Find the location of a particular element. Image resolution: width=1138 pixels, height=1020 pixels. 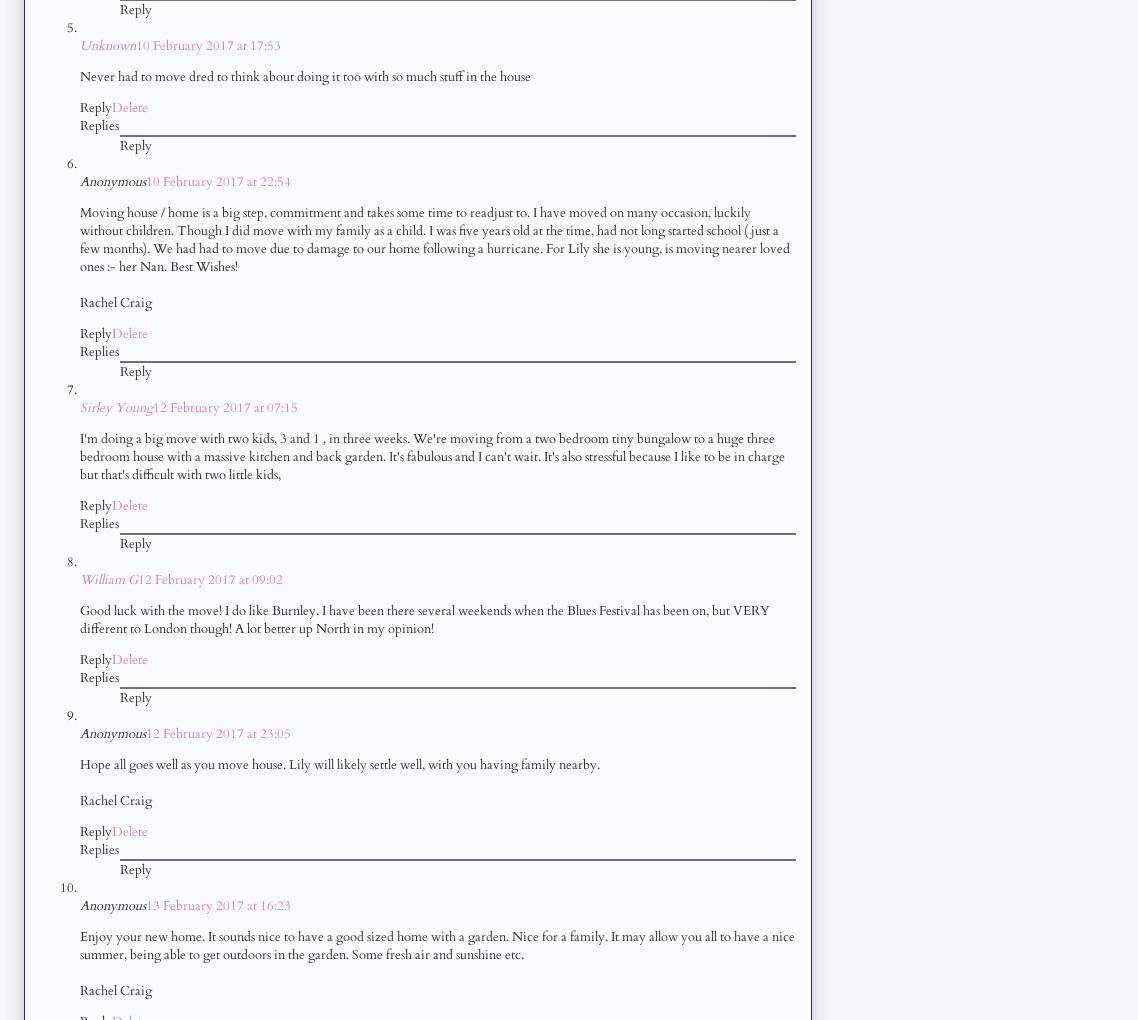

'I'm doing a big move with two kids, 3 and 1 , in three weeks. We're moving from a two bedroom tiny bungalow to a huge three bedroom house with a massive kitchen and back garden. It's  fabulous and I can't wait. It's also stressful because I like to be in charge but that's difficult with two little kids,' is located at coordinates (431, 455).